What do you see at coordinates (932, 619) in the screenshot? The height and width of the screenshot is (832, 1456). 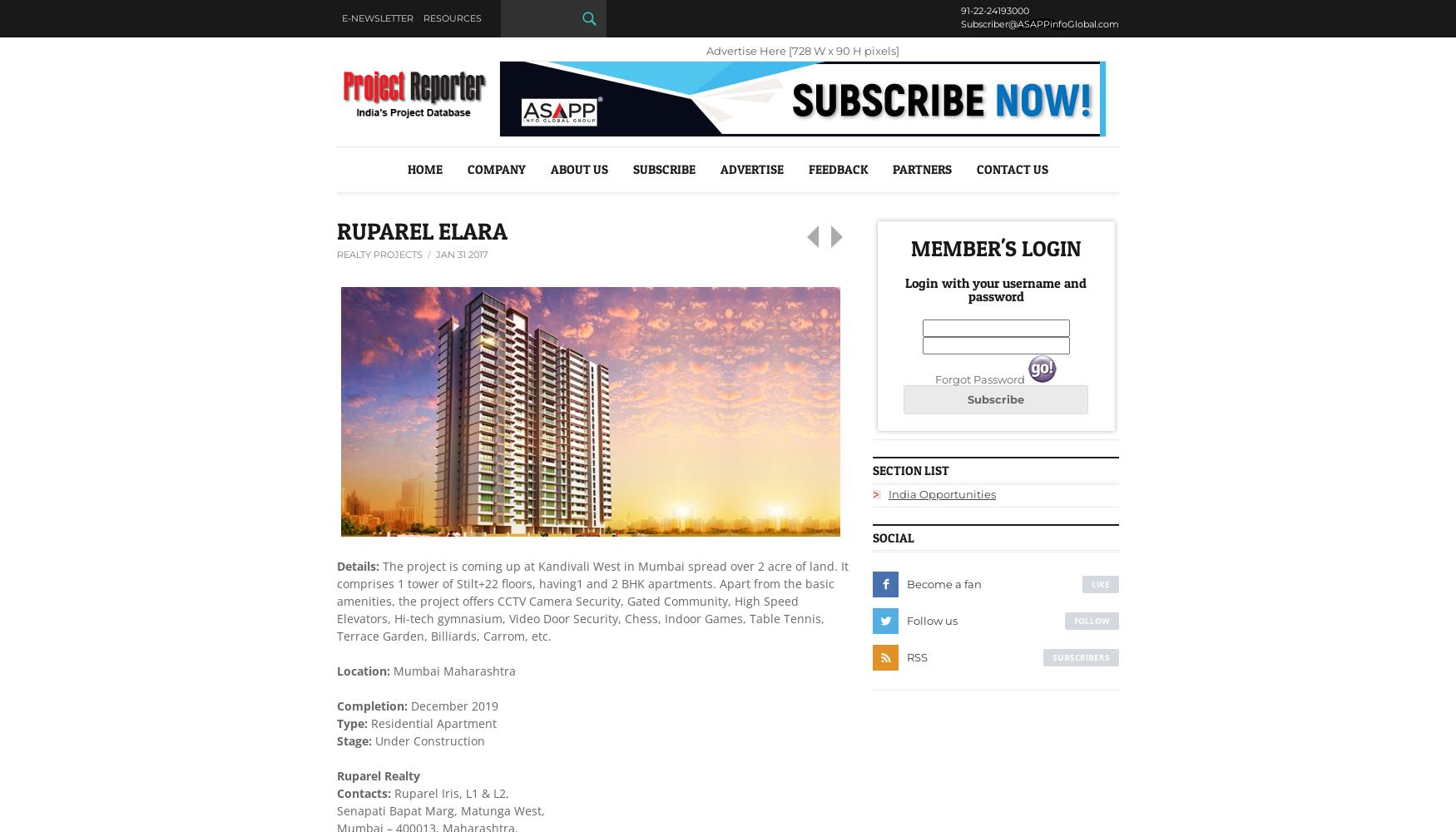 I see `'Follow us'` at bounding box center [932, 619].